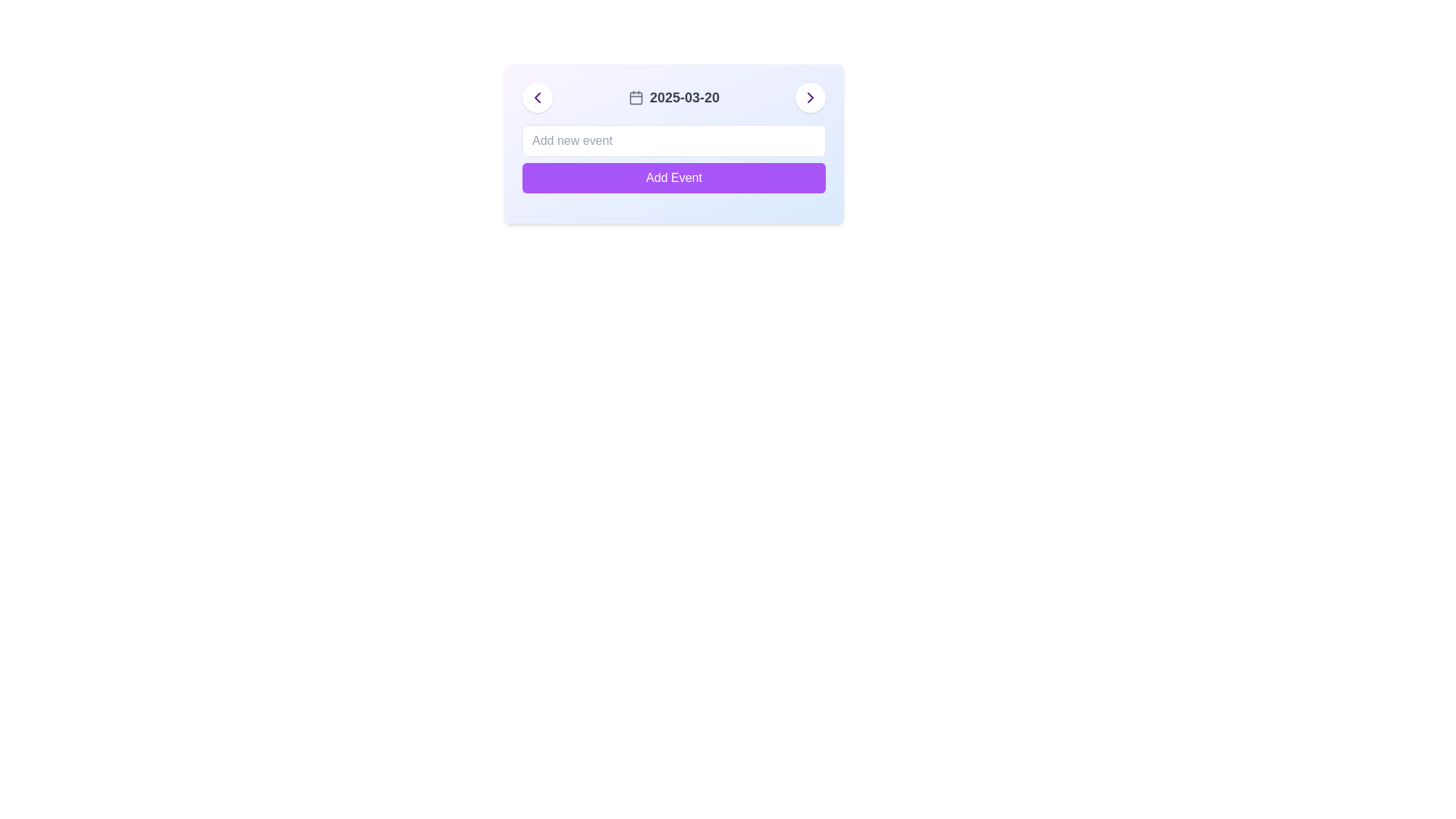 The height and width of the screenshot is (819, 1456). Describe the element at coordinates (636, 98) in the screenshot. I see `the SVG rectangle that serves as a background for the calendar icon, located at the top-center of the control panel` at that location.